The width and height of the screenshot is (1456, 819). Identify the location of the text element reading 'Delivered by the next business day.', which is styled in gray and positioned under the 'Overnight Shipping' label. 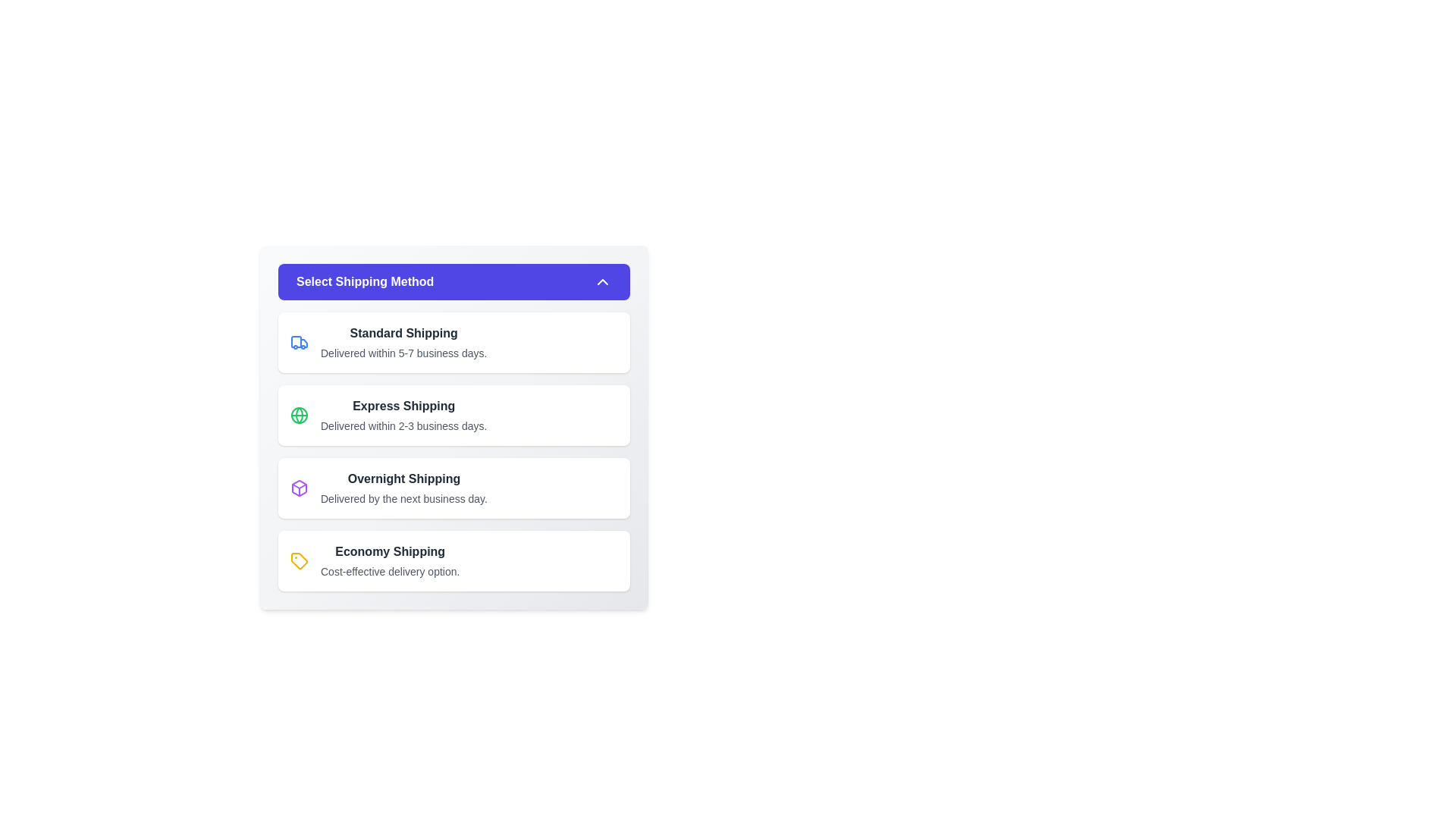
(403, 499).